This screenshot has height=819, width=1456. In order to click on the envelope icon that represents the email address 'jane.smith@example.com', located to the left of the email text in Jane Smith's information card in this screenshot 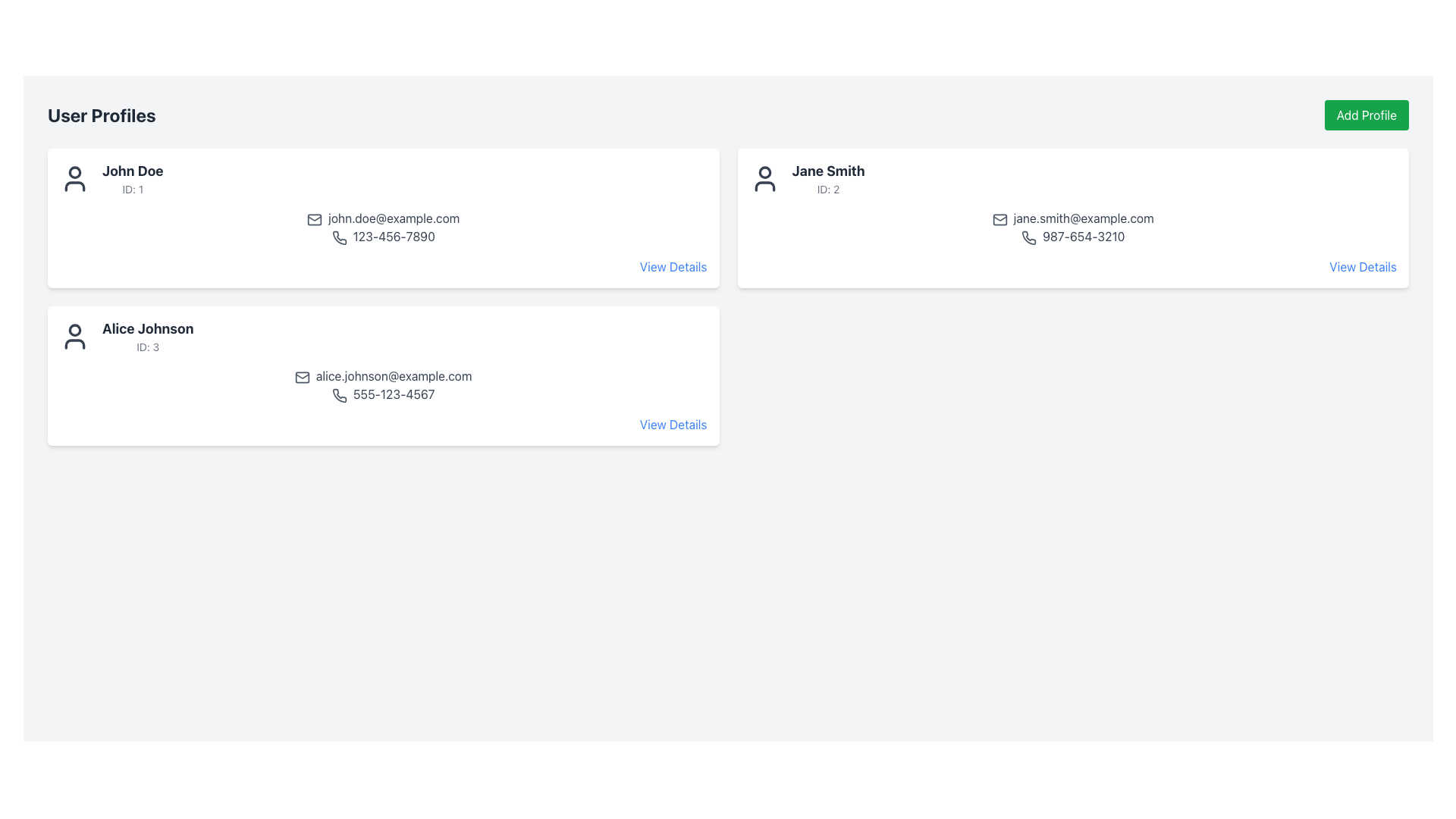, I will do `click(999, 219)`.